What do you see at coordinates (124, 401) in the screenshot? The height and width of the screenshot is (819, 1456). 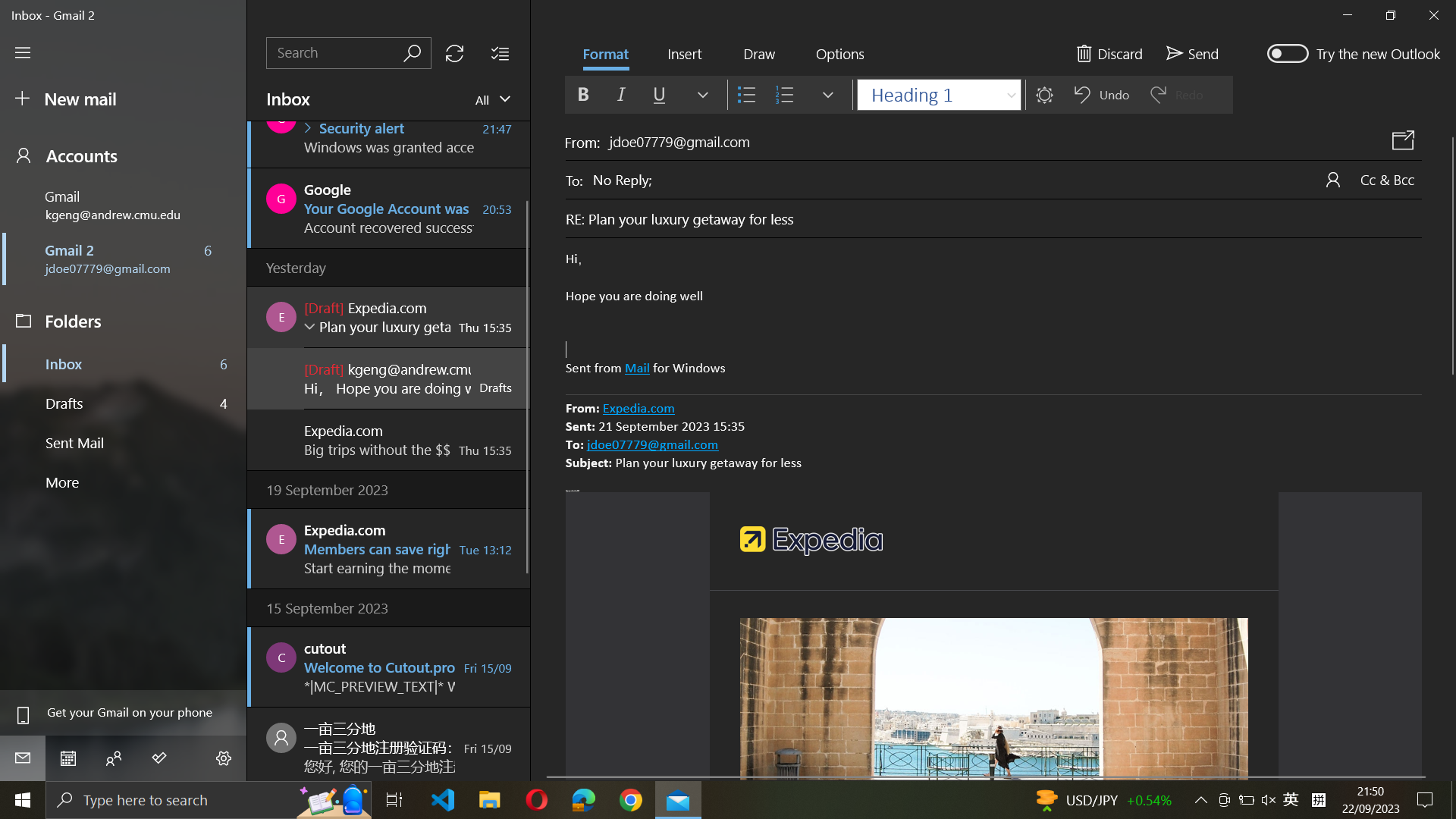 I see `the Drafts folder` at bounding box center [124, 401].